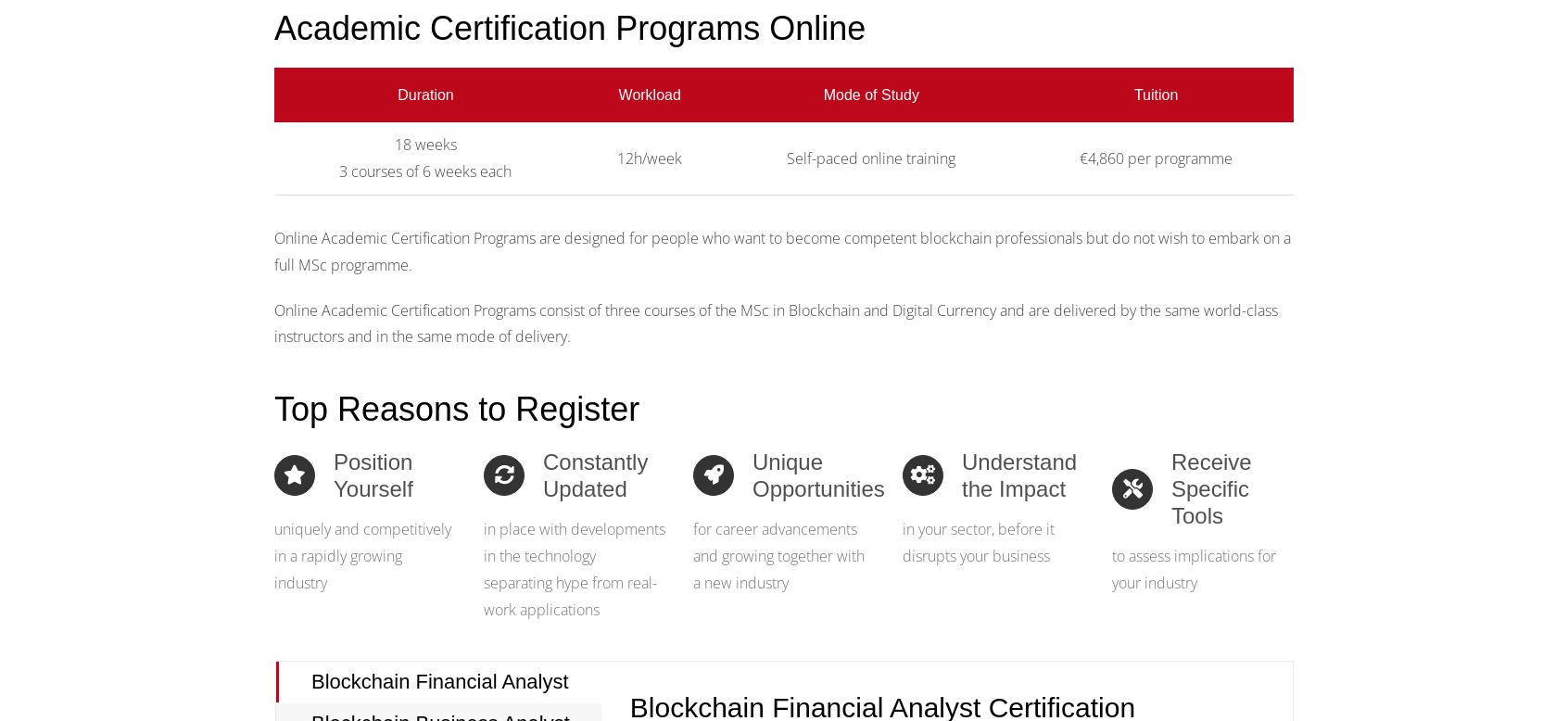  What do you see at coordinates (1210, 488) in the screenshot?
I see `'Receive Specific Tools'` at bounding box center [1210, 488].